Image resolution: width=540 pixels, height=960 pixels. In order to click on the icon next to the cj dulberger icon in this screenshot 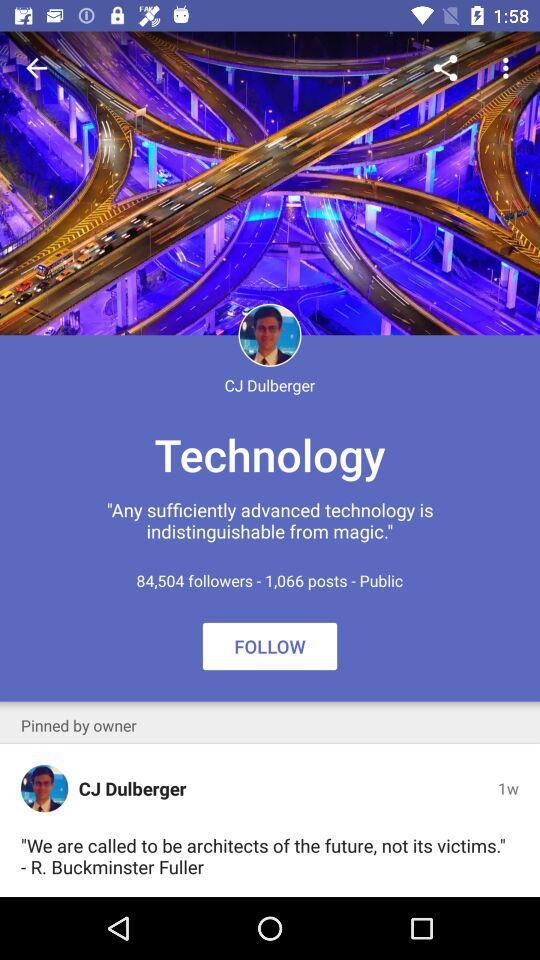, I will do `click(44, 788)`.